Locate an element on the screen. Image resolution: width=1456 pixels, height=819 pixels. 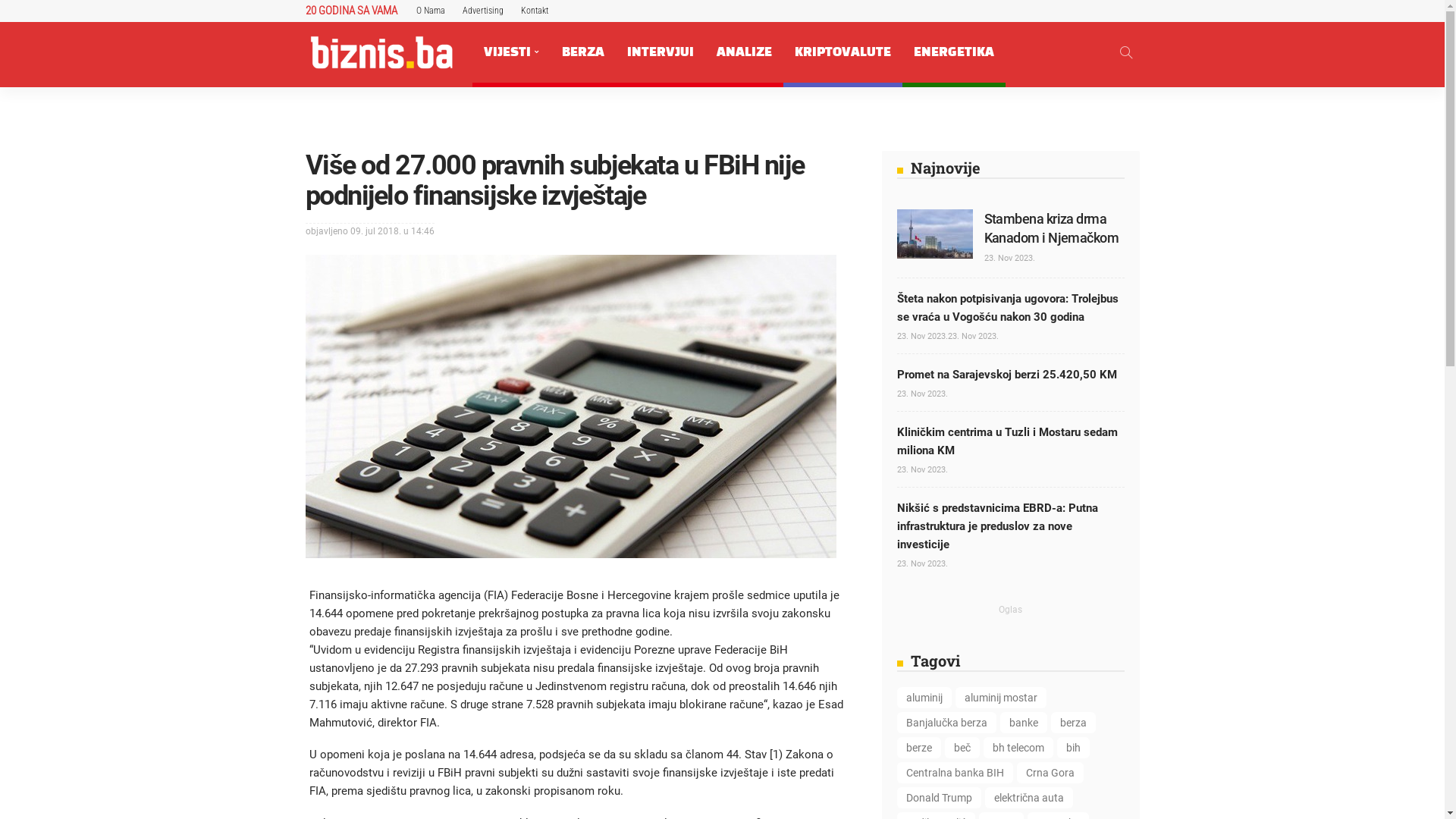
'bih' is located at coordinates (1072, 747).